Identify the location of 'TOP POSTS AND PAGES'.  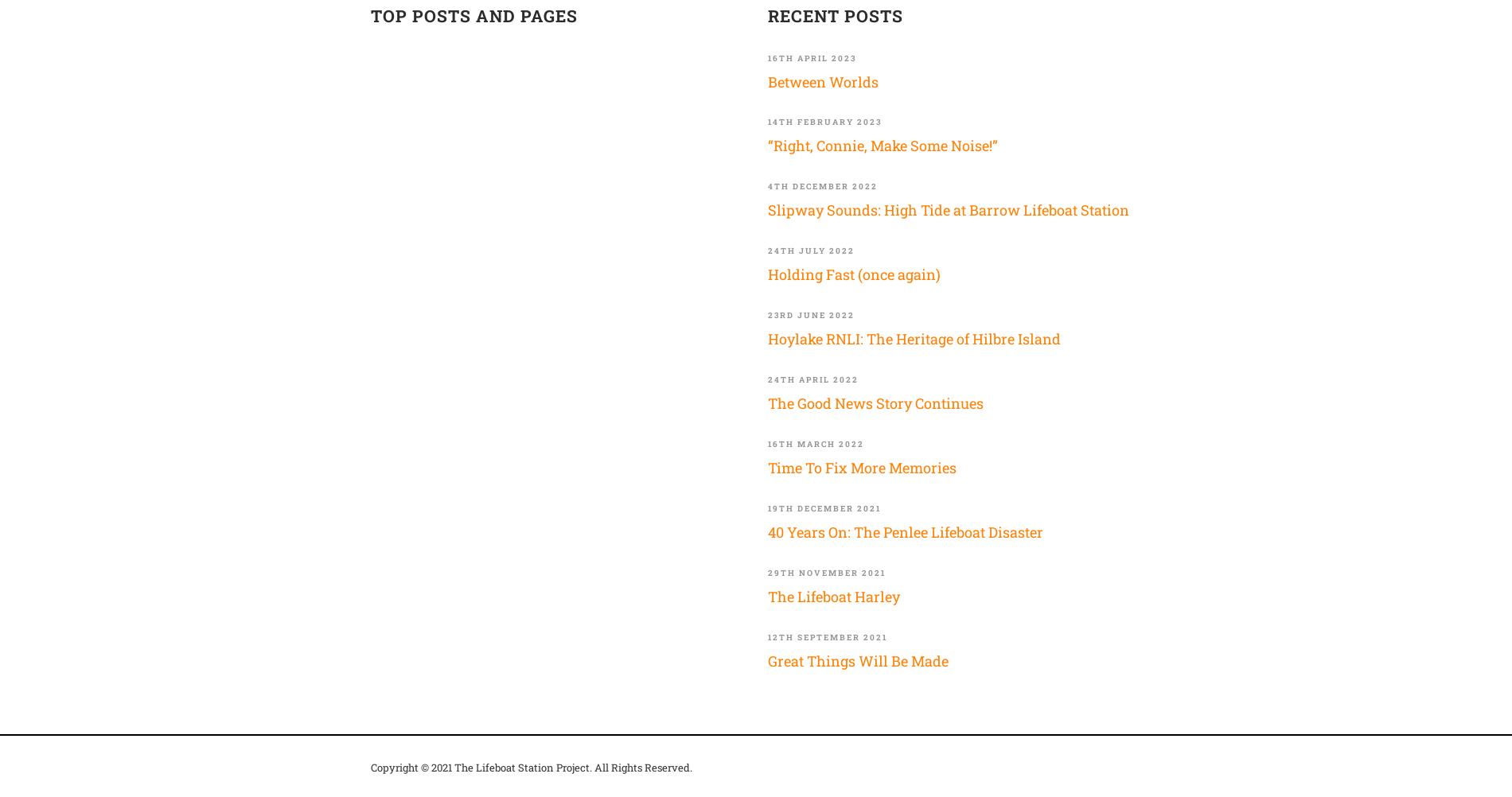
(473, 16).